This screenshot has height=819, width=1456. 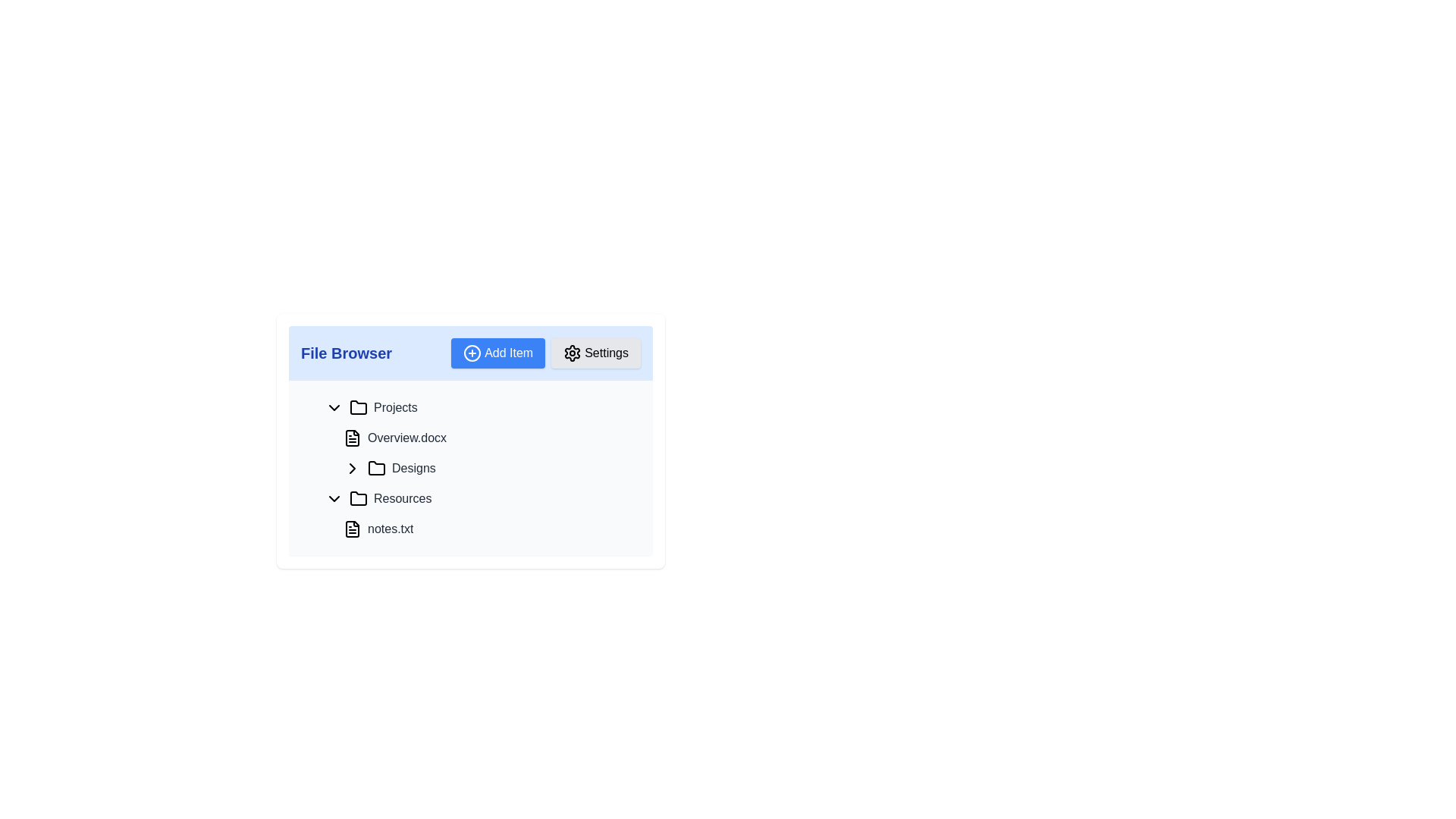 I want to click on the SVG file icon representing 'Overview.docx' in the file management interface, so click(x=352, y=438).